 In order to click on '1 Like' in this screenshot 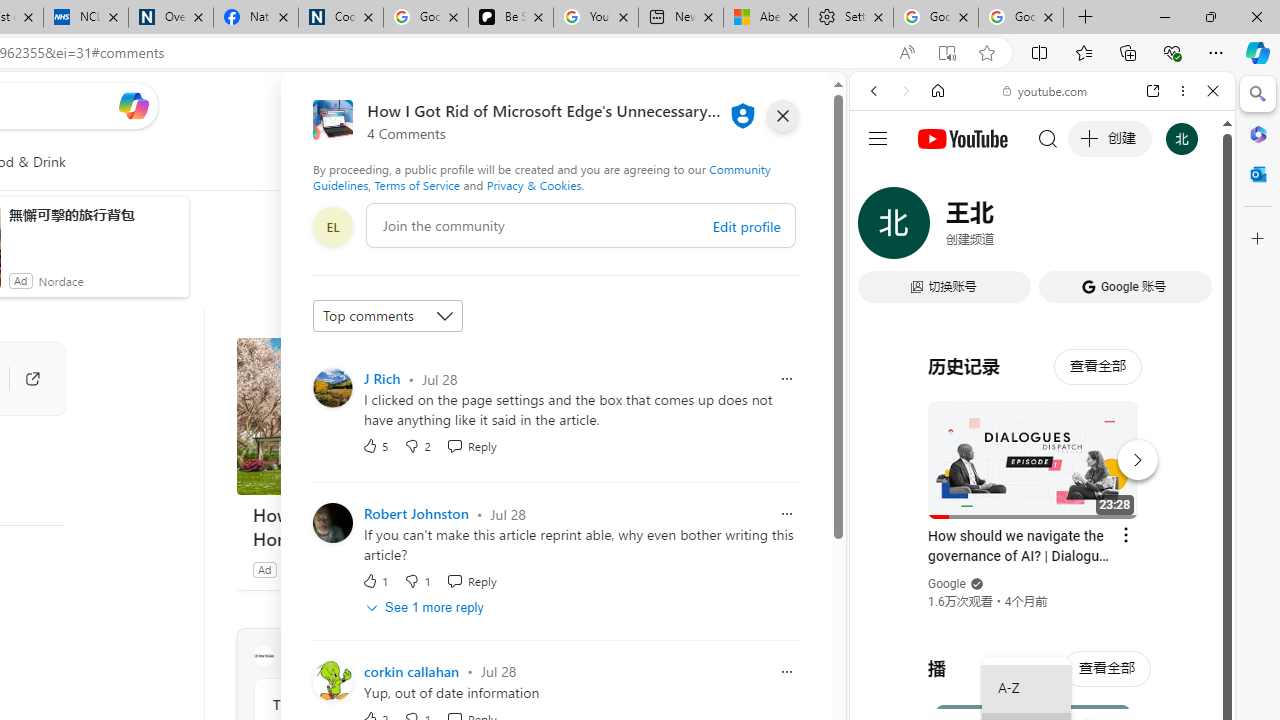, I will do `click(375, 581)`.